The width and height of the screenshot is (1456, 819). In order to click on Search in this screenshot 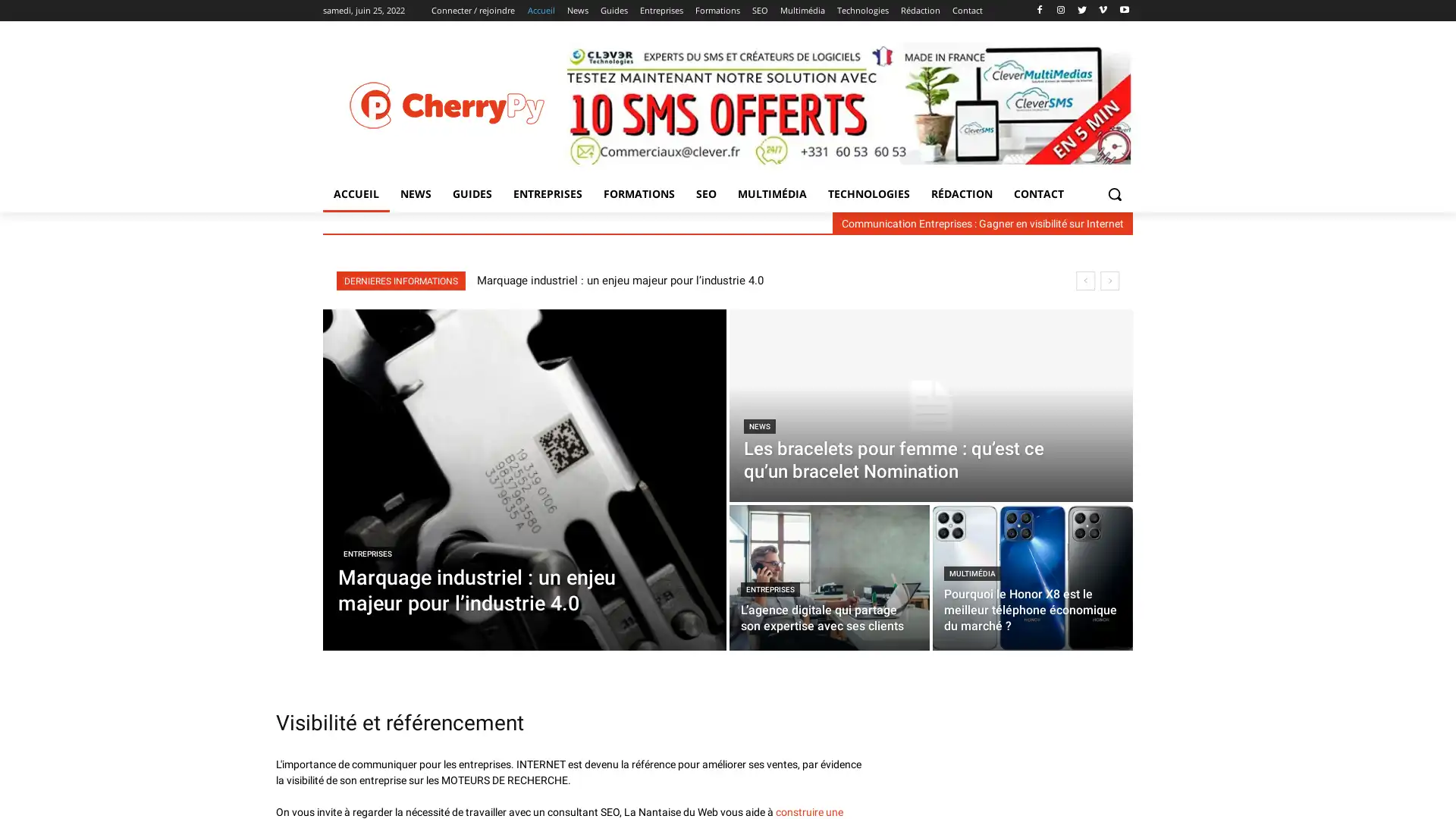, I will do `click(1114, 193)`.